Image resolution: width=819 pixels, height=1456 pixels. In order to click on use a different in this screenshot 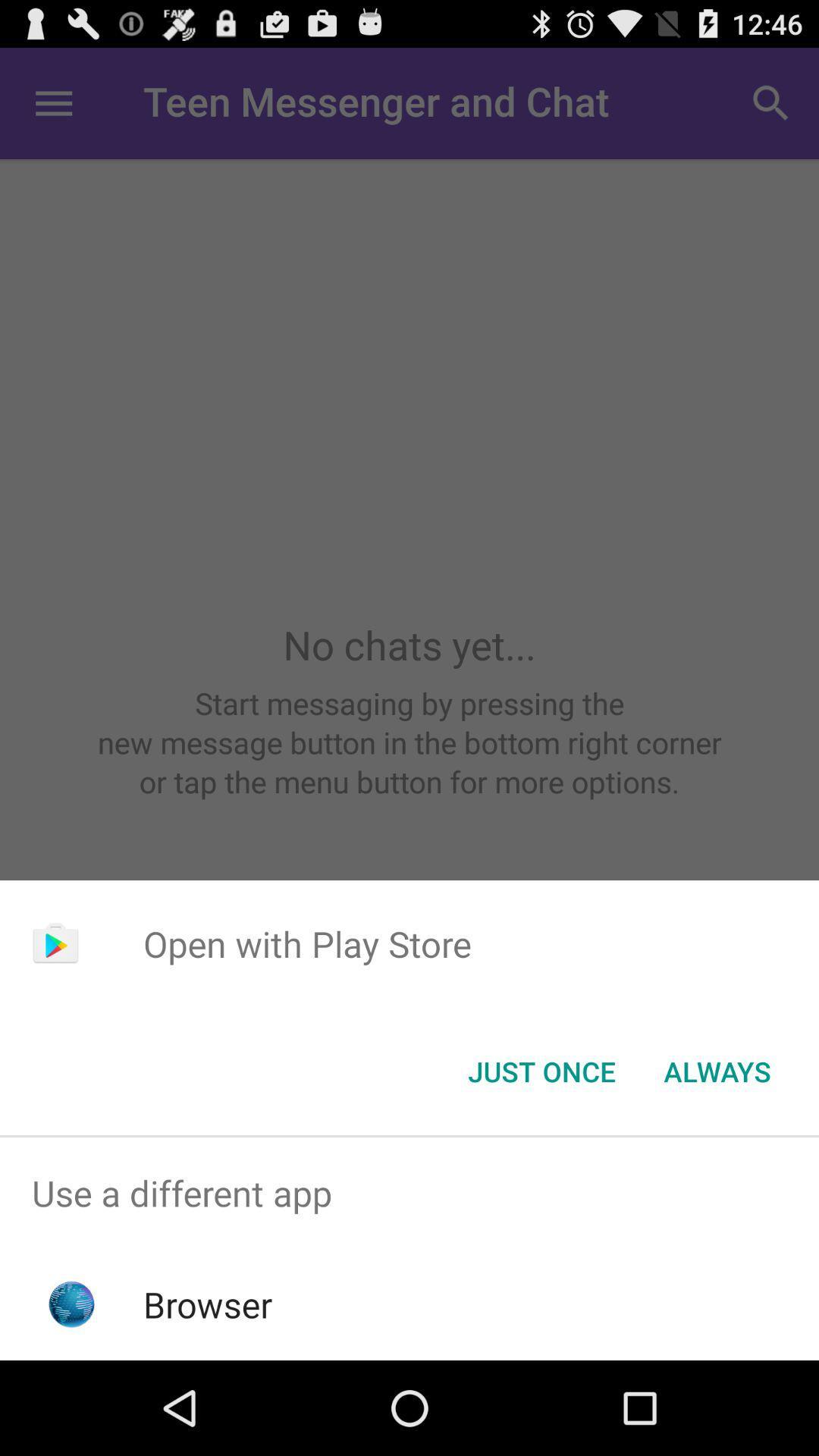, I will do `click(409, 1192)`.